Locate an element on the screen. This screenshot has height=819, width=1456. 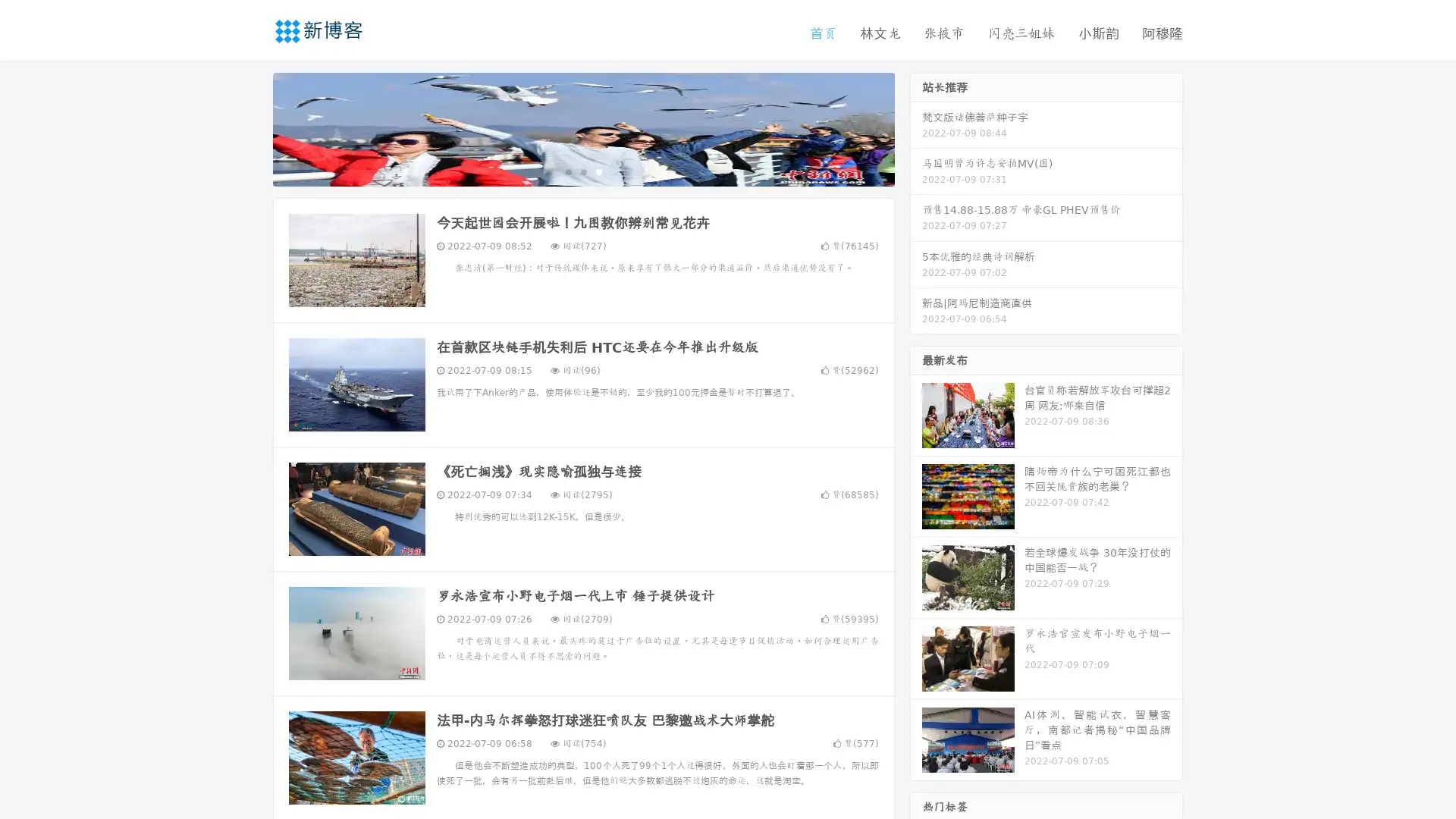
Go to slide 1 is located at coordinates (567, 171).